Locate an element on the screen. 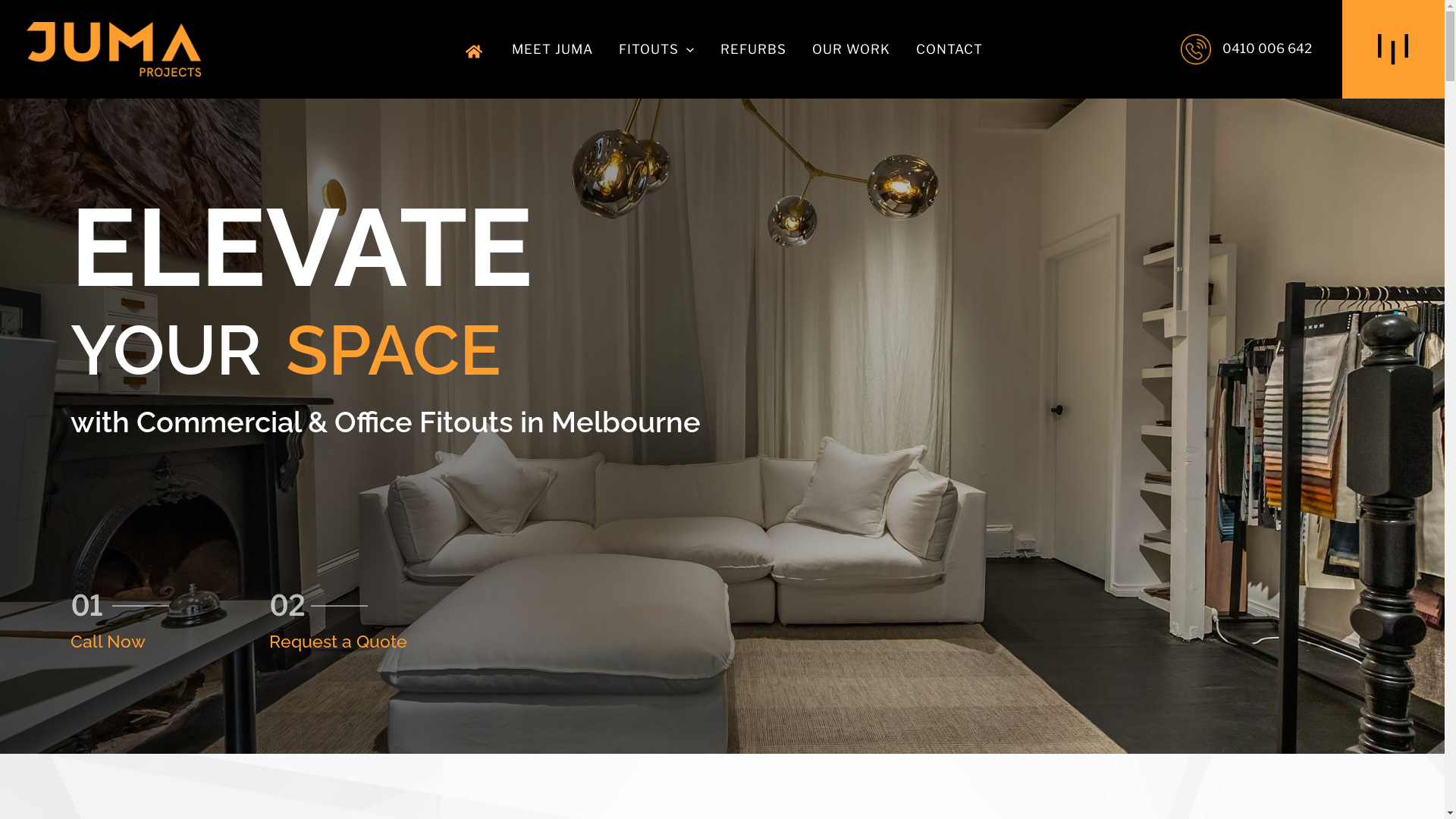  'REFURBS' is located at coordinates (753, 49).